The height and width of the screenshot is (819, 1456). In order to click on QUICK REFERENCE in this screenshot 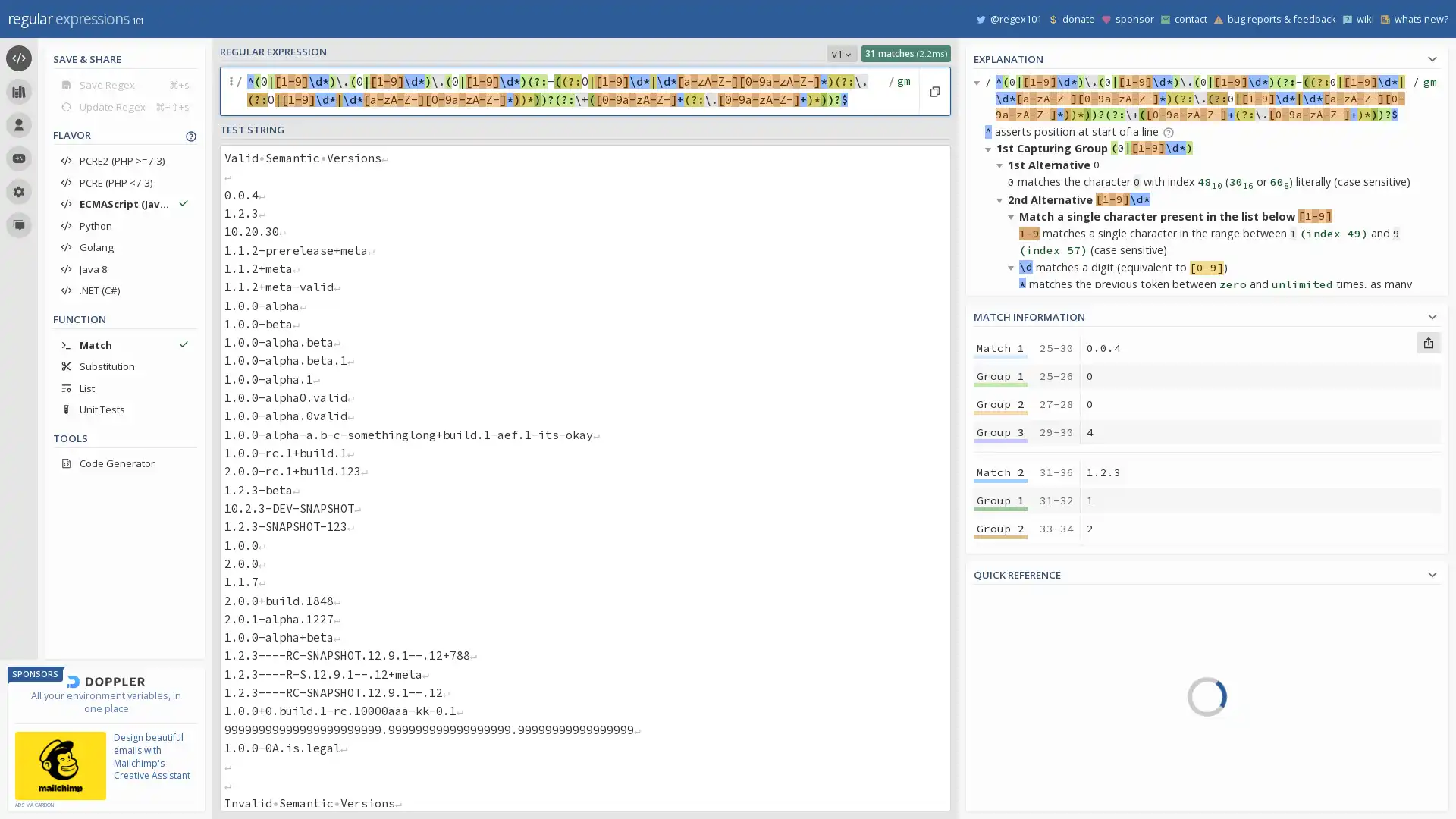, I will do `click(1207, 573)`.